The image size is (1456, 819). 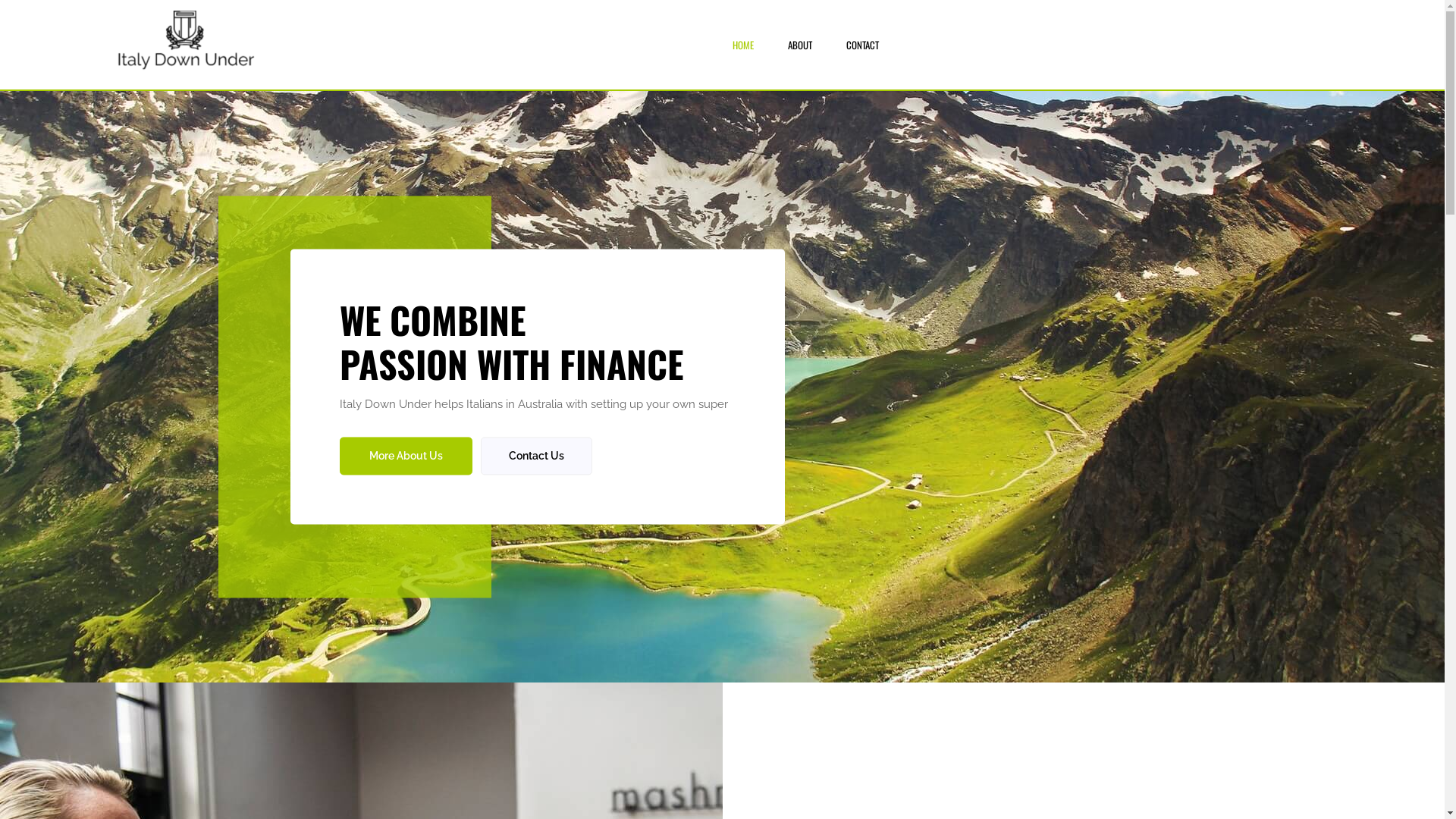 I want to click on 'Contact Us', so click(x=536, y=455).